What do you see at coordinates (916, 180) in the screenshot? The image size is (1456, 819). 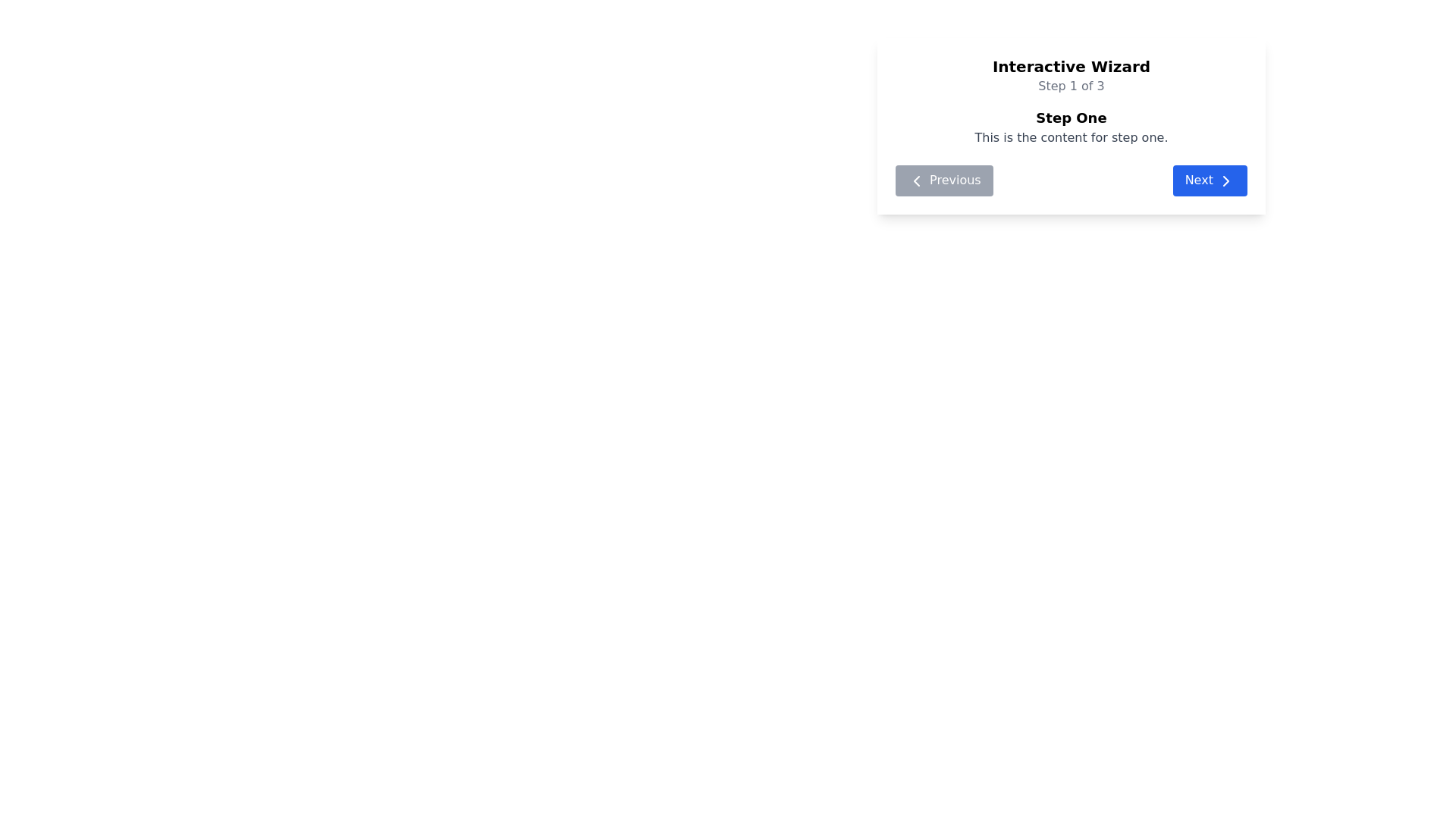 I see `the left-pointing chevron icon within the 'Previous' button` at bounding box center [916, 180].